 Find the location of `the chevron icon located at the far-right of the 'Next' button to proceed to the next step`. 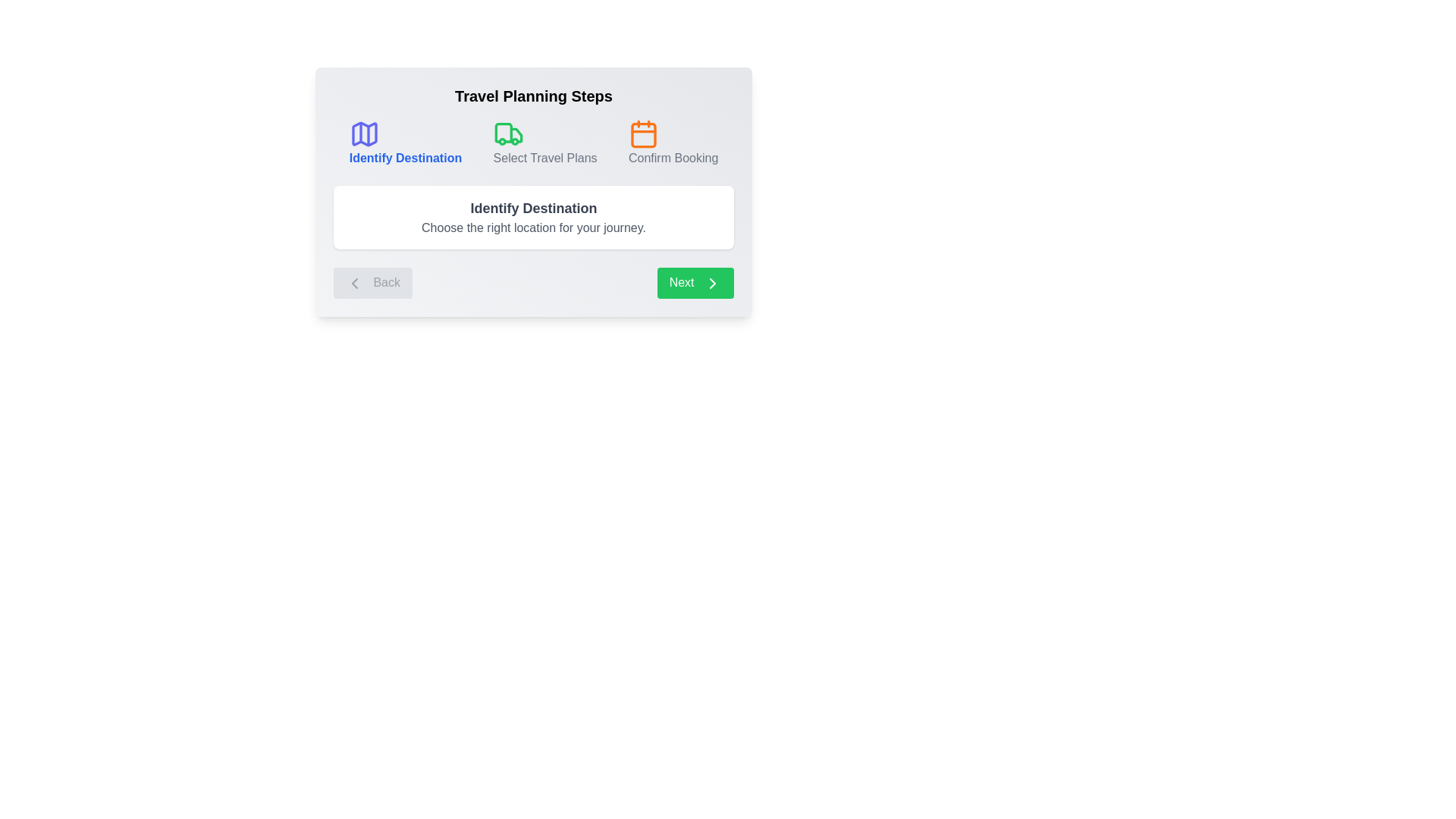

the chevron icon located at the far-right of the 'Next' button to proceed to the next step is located at coordinates (712, 283).